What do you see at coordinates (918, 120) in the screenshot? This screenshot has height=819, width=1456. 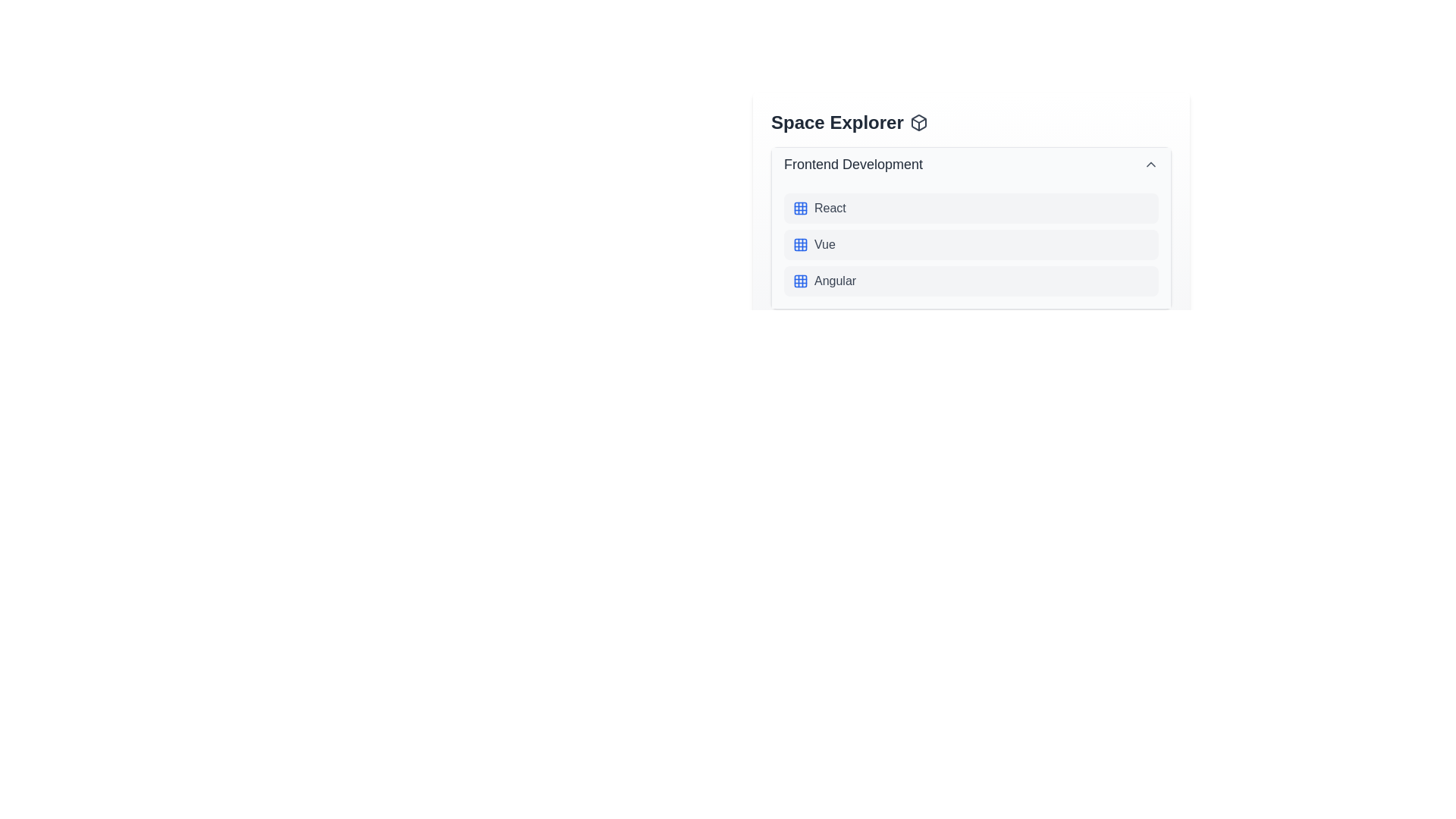 I see `the middle triangular segment of the cube-like icon next to the 'Space Explorer' title text` at bounding box center [918, 120].